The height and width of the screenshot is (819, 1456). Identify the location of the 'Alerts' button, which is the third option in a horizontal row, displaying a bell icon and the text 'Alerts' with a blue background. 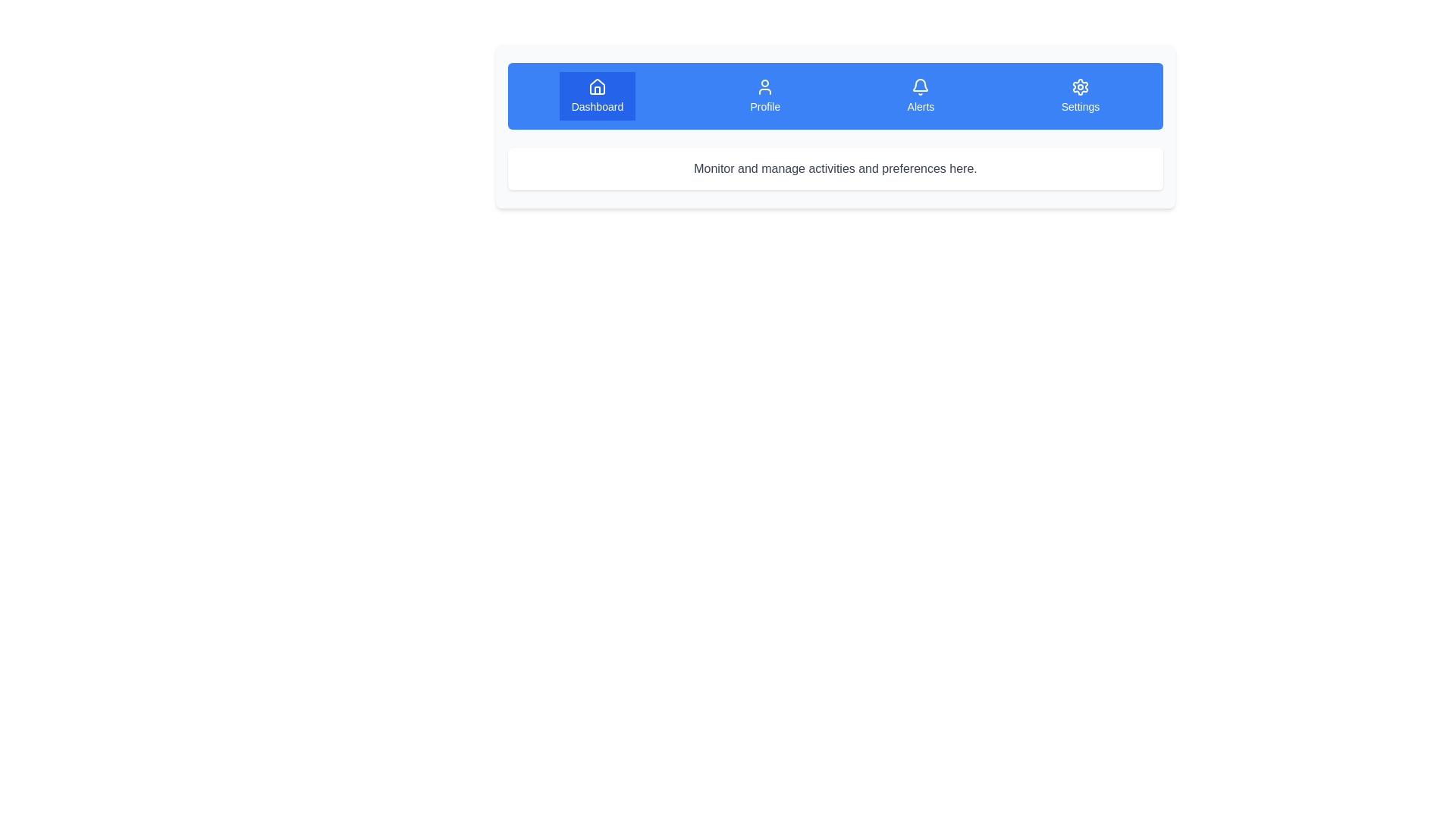
(920, 96).